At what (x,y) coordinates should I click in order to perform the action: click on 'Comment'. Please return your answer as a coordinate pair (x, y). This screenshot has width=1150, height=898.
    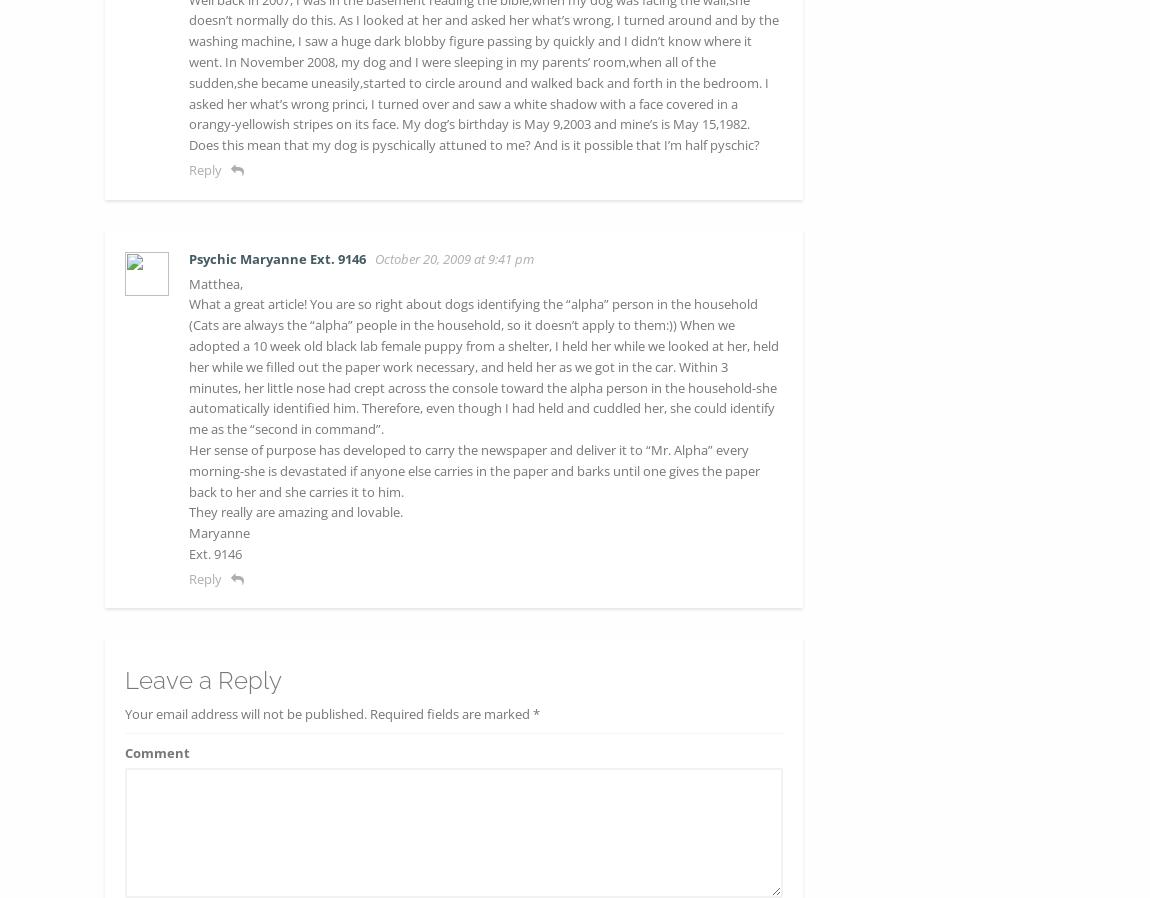
    Looking at the image, I should click on (156, 752).